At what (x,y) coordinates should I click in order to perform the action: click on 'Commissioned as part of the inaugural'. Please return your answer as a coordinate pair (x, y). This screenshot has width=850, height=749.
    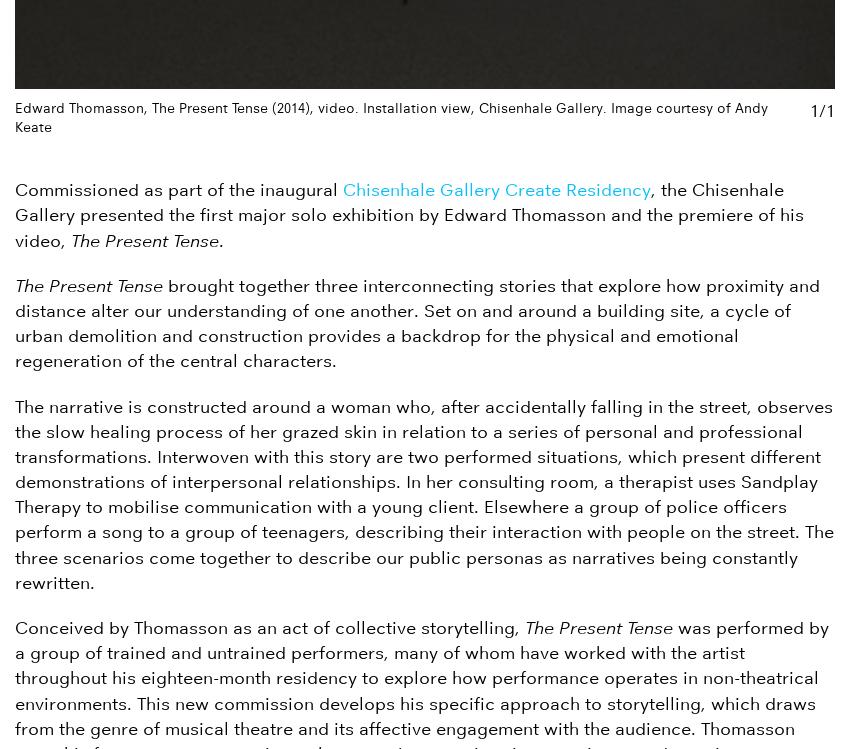
    Looking at the image, I should click on (178, 189).